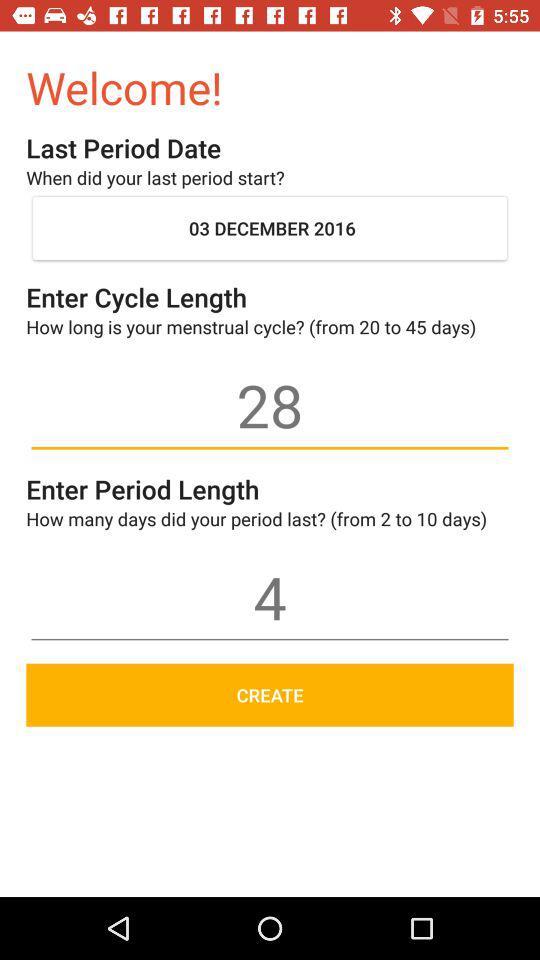 The image size is (540, 960). I want to click on the icon below when did your item, so click(270, 228).